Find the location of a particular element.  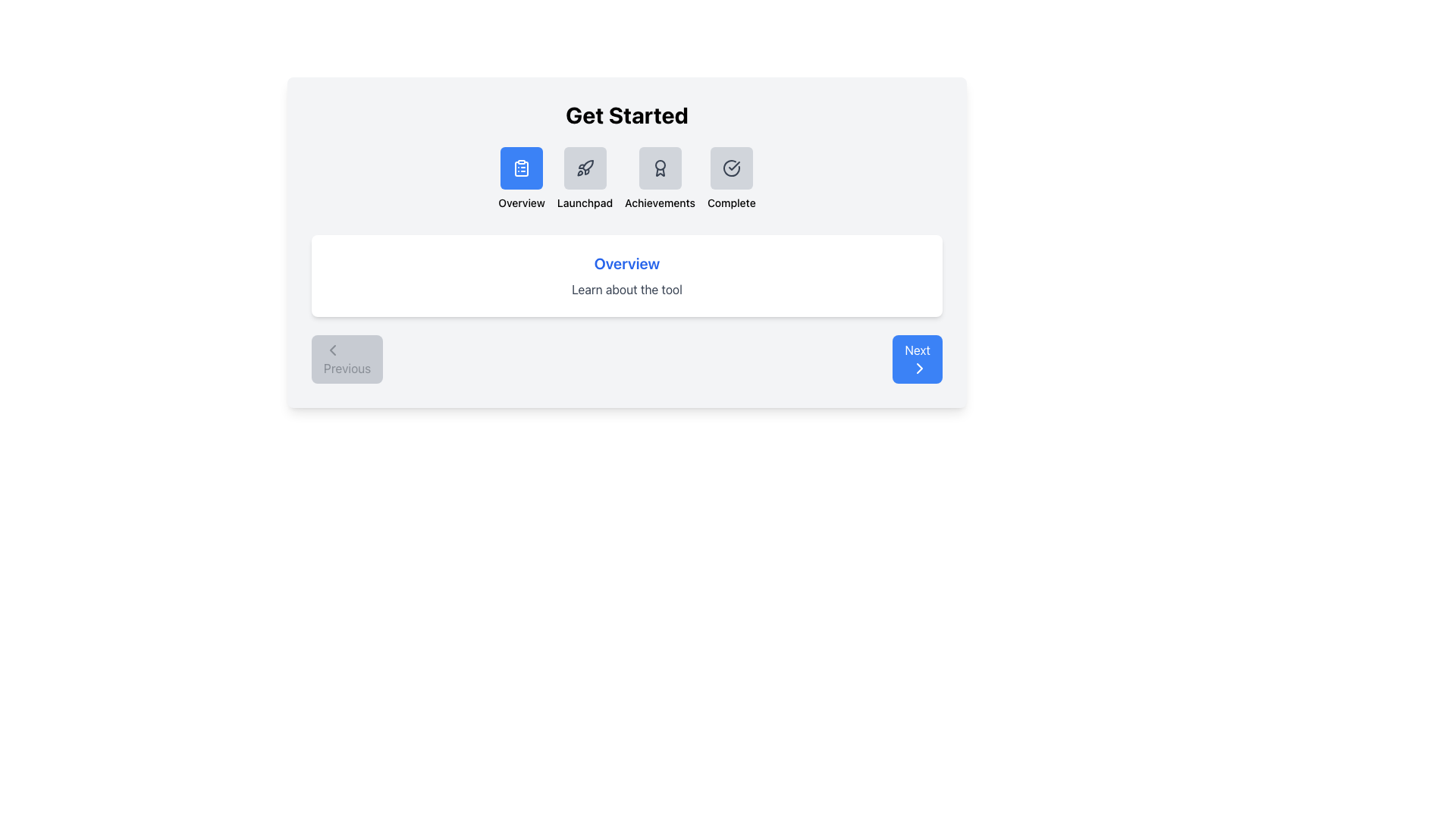

the chevron icon within the 'Next' button is located at coordinates (919, 369).